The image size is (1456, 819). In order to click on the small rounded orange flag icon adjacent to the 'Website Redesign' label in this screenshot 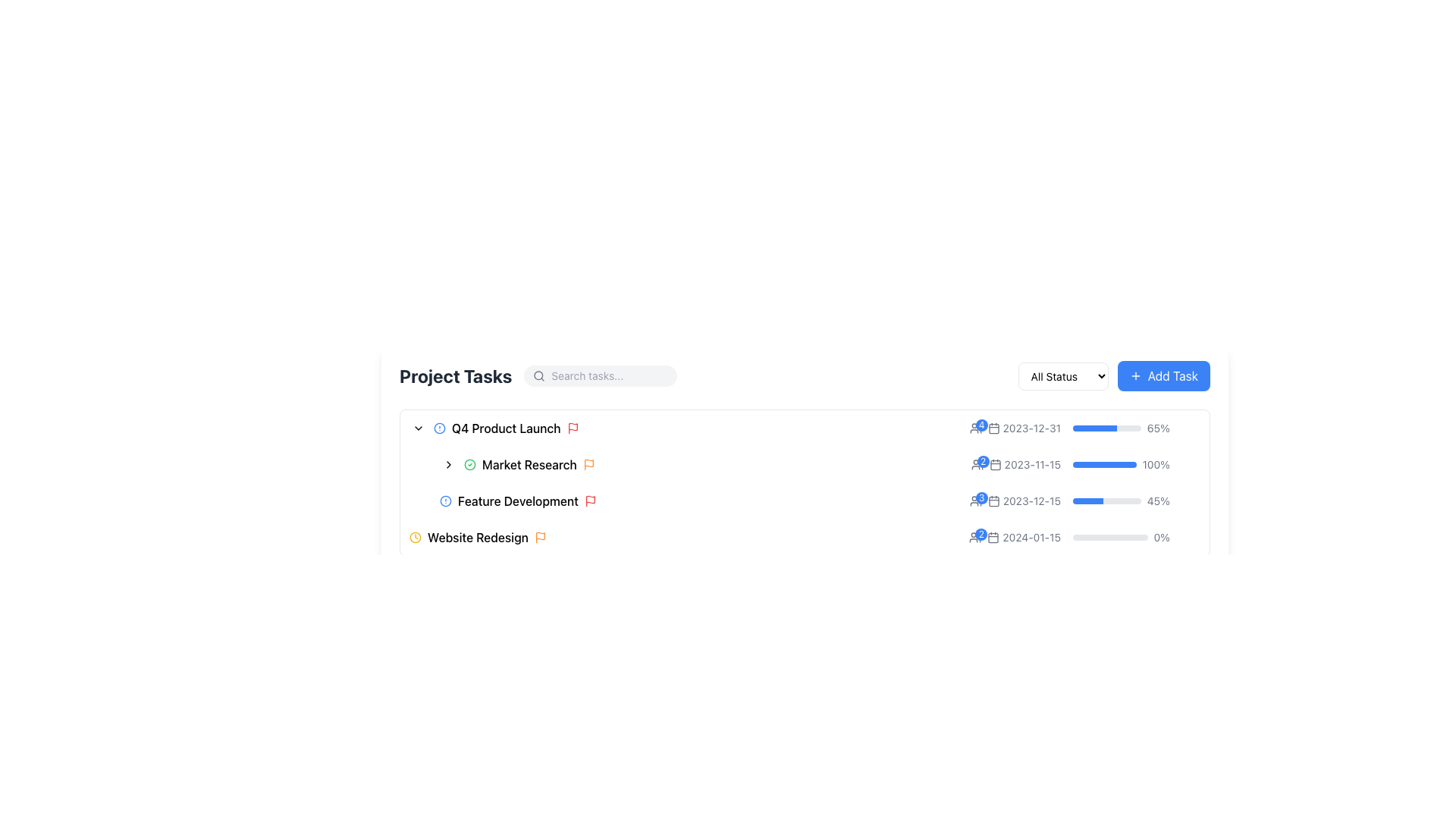, I will do `click(540, 537)`.